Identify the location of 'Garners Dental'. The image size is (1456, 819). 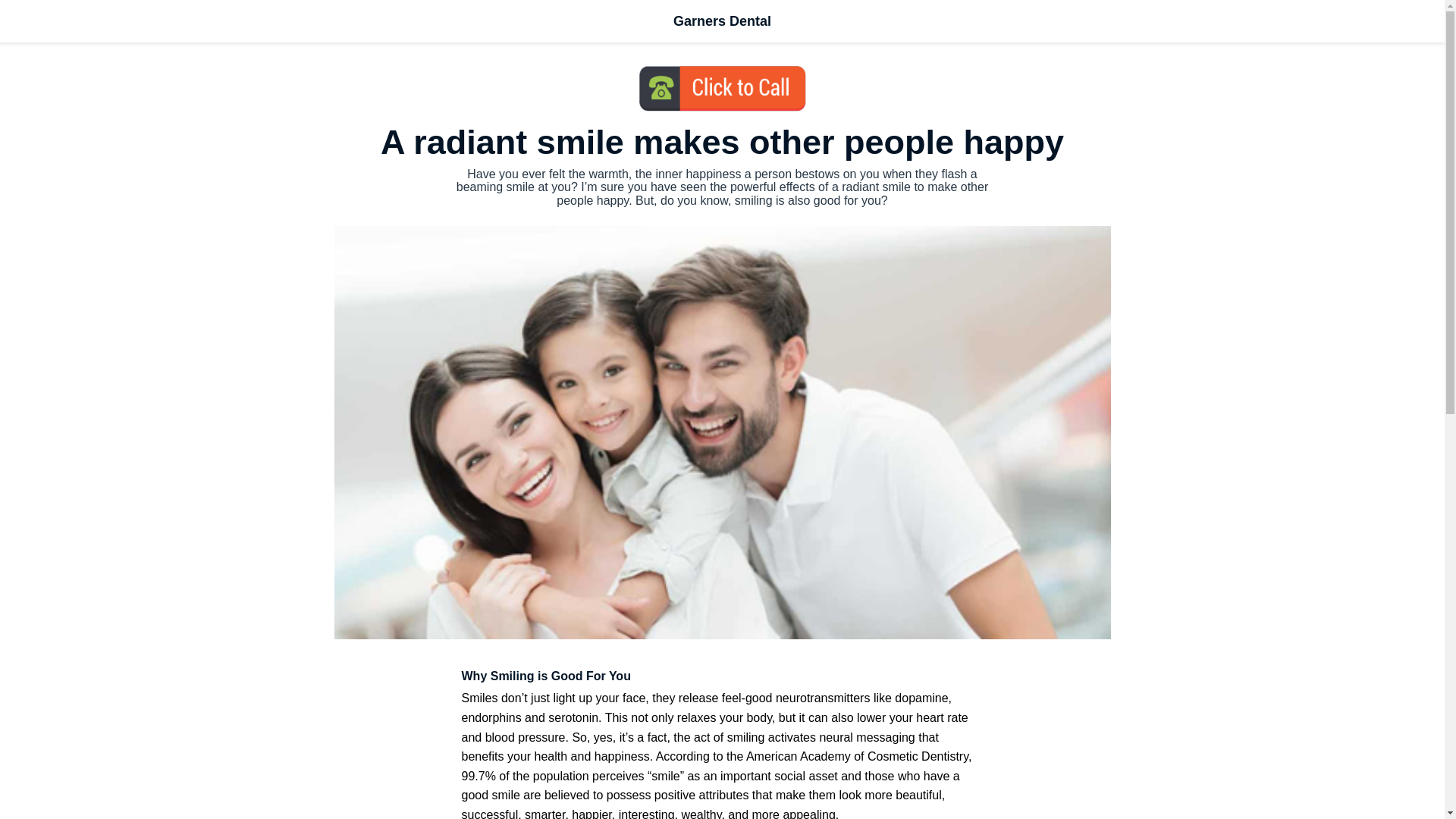
(721, 21).